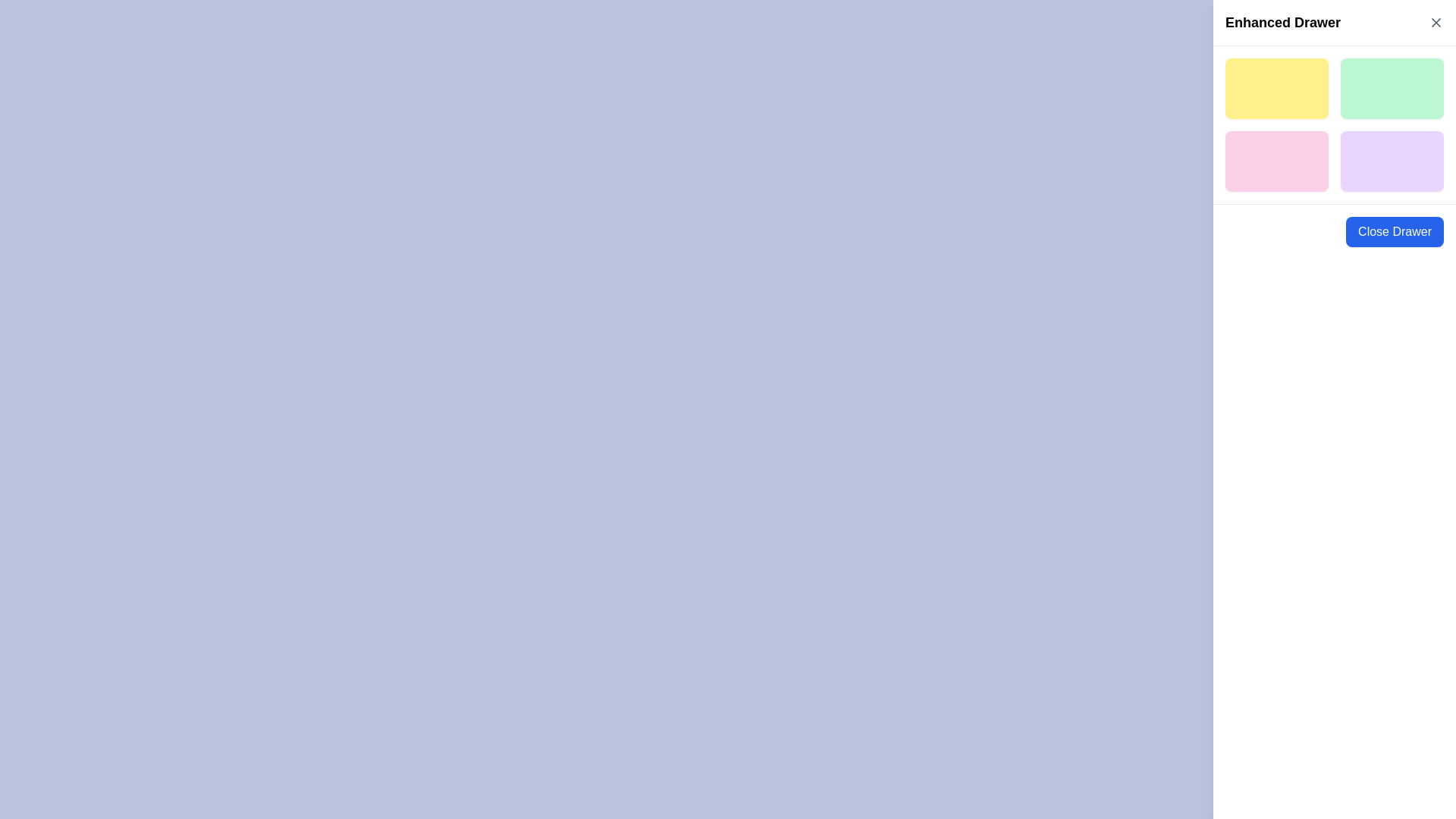 Image resolution: width=1456 pixels, height=819 pixels. I want to click on the rectangular-shaped light pink decorative block located in the bottom-left cell of a 2x2 grid layout, which is positioned below a yellow box and to the left of a purple box, so click(1276, 161).